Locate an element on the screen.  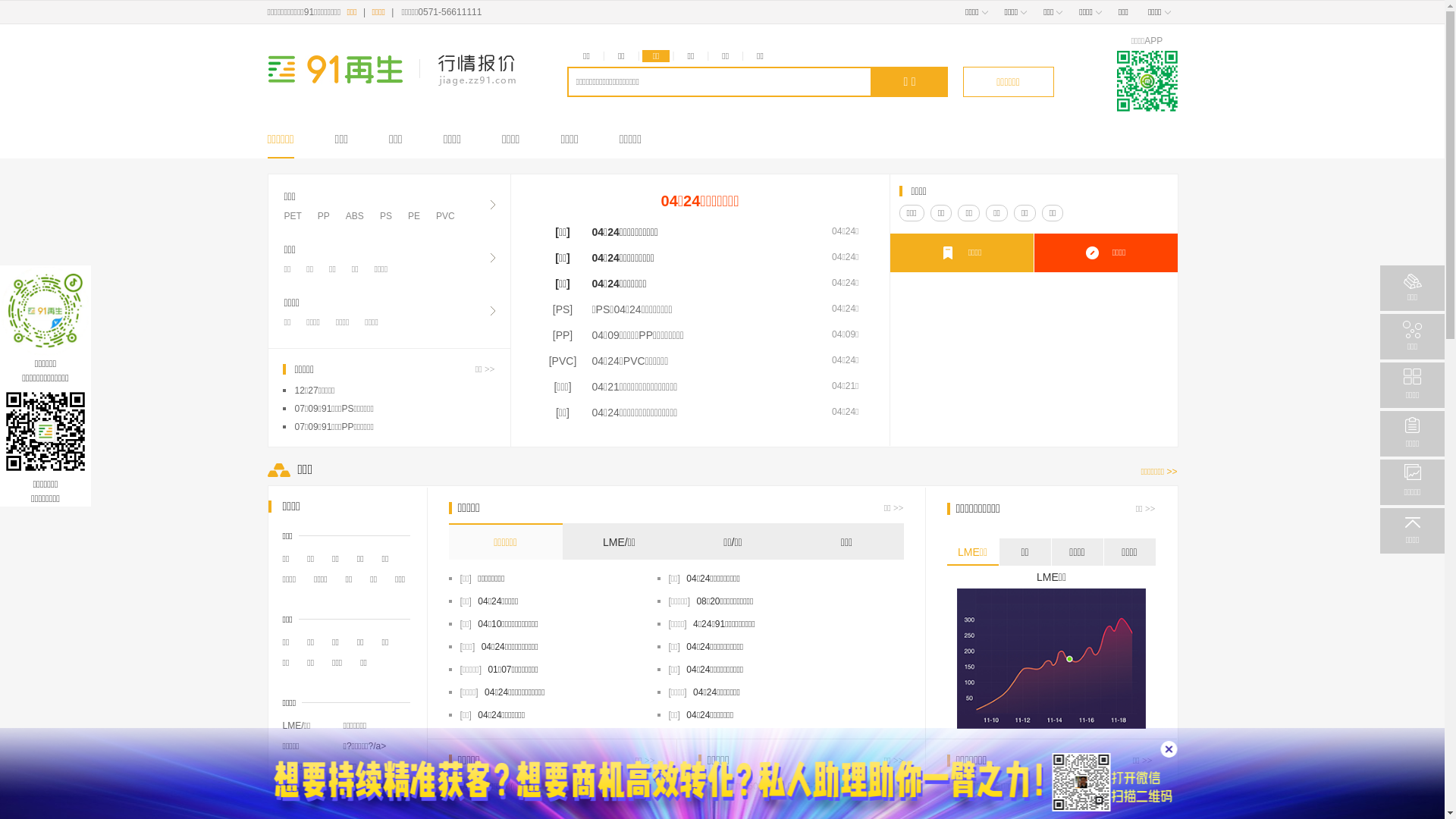
'[PVC]' is located at coordinates (562, 361).